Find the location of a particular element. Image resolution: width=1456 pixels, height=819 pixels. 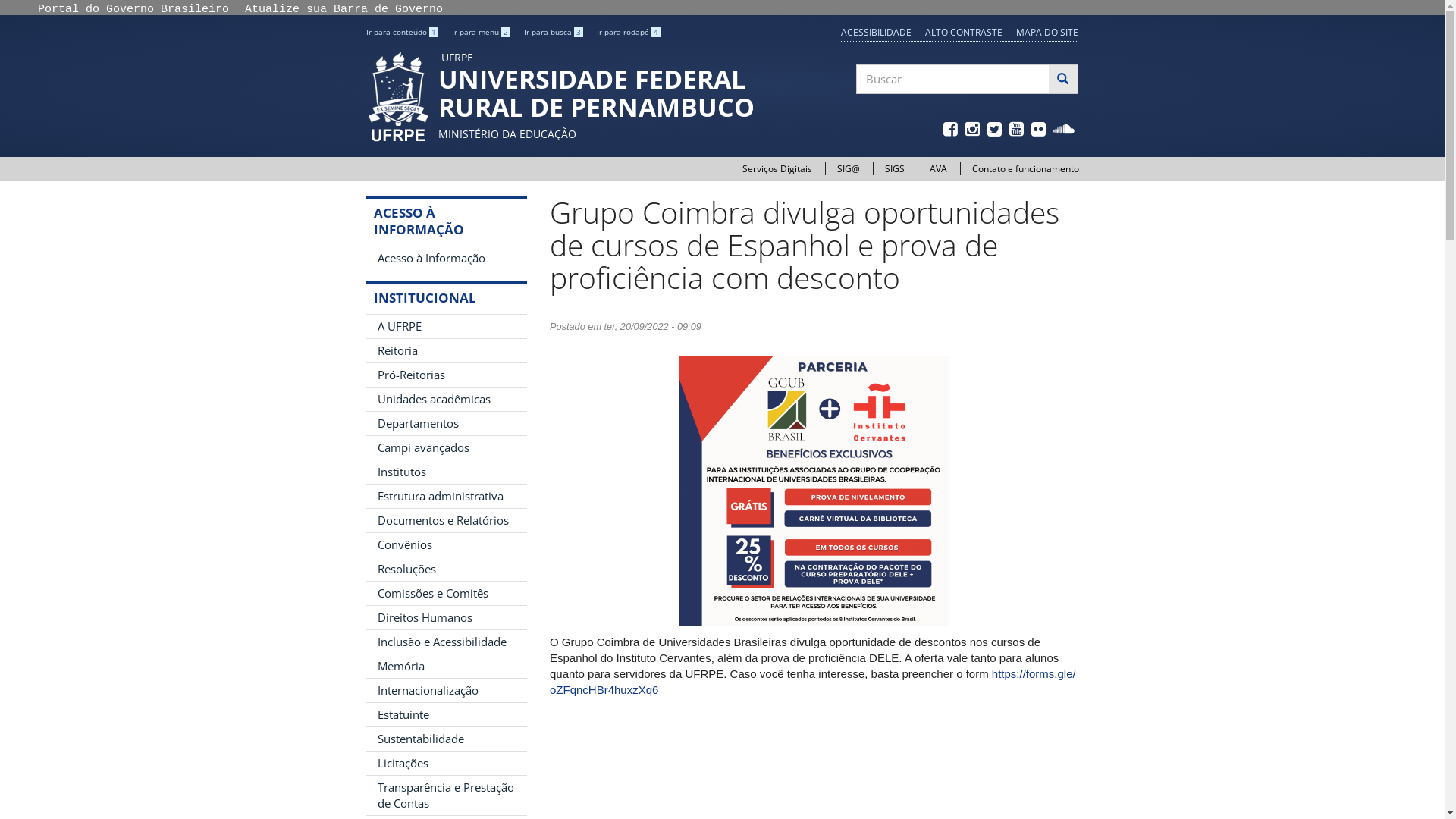

'SIG@' is located at coordinates (836, 168).